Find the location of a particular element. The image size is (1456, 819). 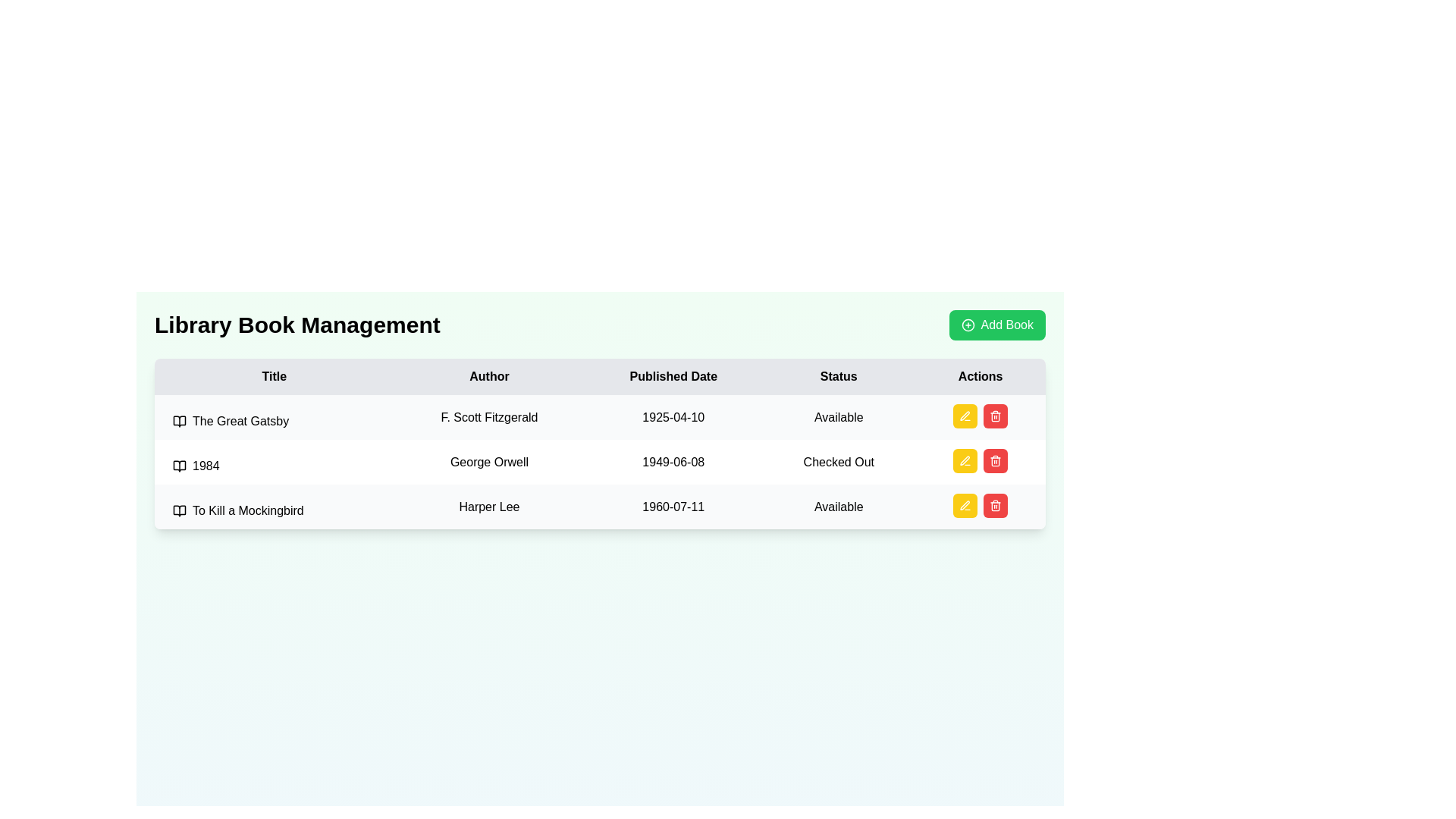

the text display indicating the author of the book '1984' in the library book management table is located at coordinates (489, 461).